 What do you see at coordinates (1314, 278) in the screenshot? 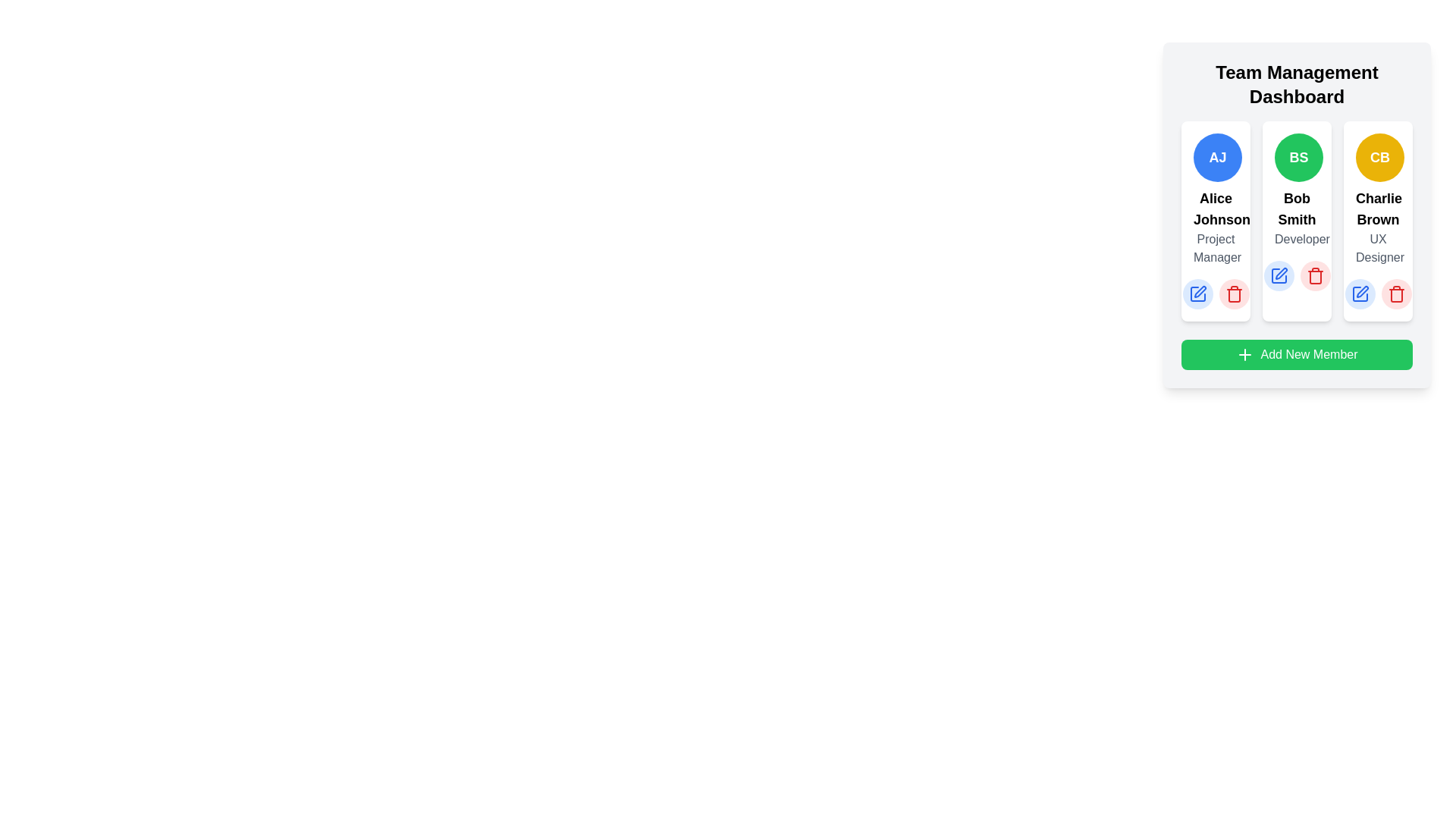
I see `the trash can icon button located in the lower-right corner of Bob Smith's Developer card` at bounding box center [1314, 278].